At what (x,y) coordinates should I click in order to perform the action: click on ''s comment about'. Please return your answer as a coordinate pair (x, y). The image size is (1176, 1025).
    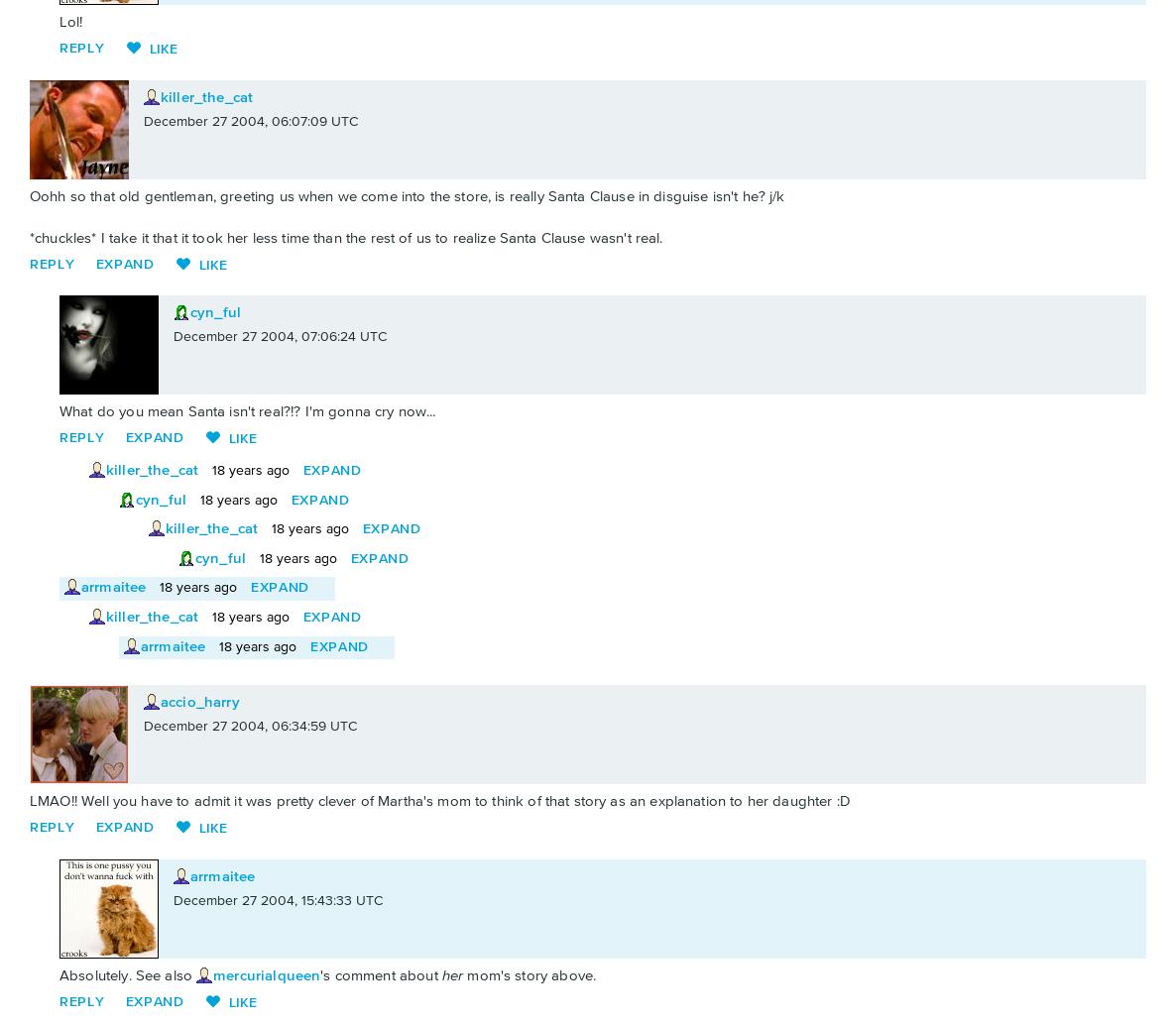
    Looking at the image, I should click on (380, 973).